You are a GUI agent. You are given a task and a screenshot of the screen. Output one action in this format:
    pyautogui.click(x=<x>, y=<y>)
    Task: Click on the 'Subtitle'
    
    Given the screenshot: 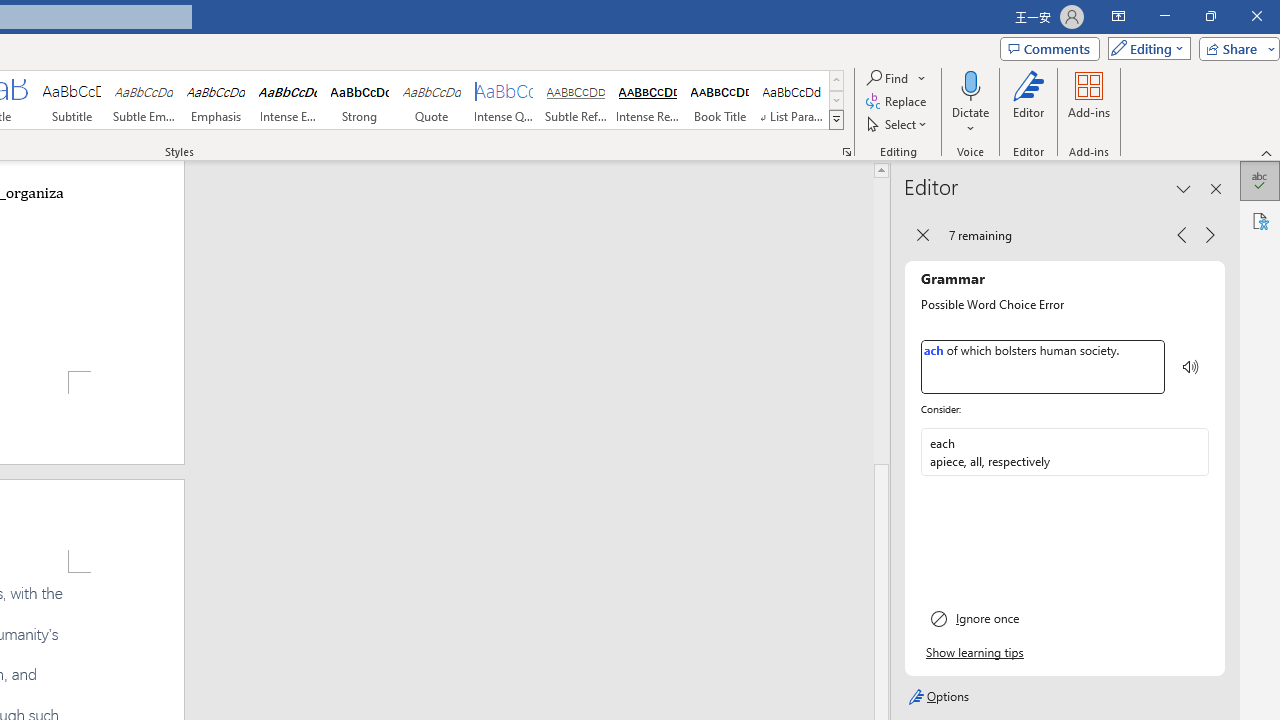 What is the action you would take?
    pyautogui.click(x=71, y=100)
    